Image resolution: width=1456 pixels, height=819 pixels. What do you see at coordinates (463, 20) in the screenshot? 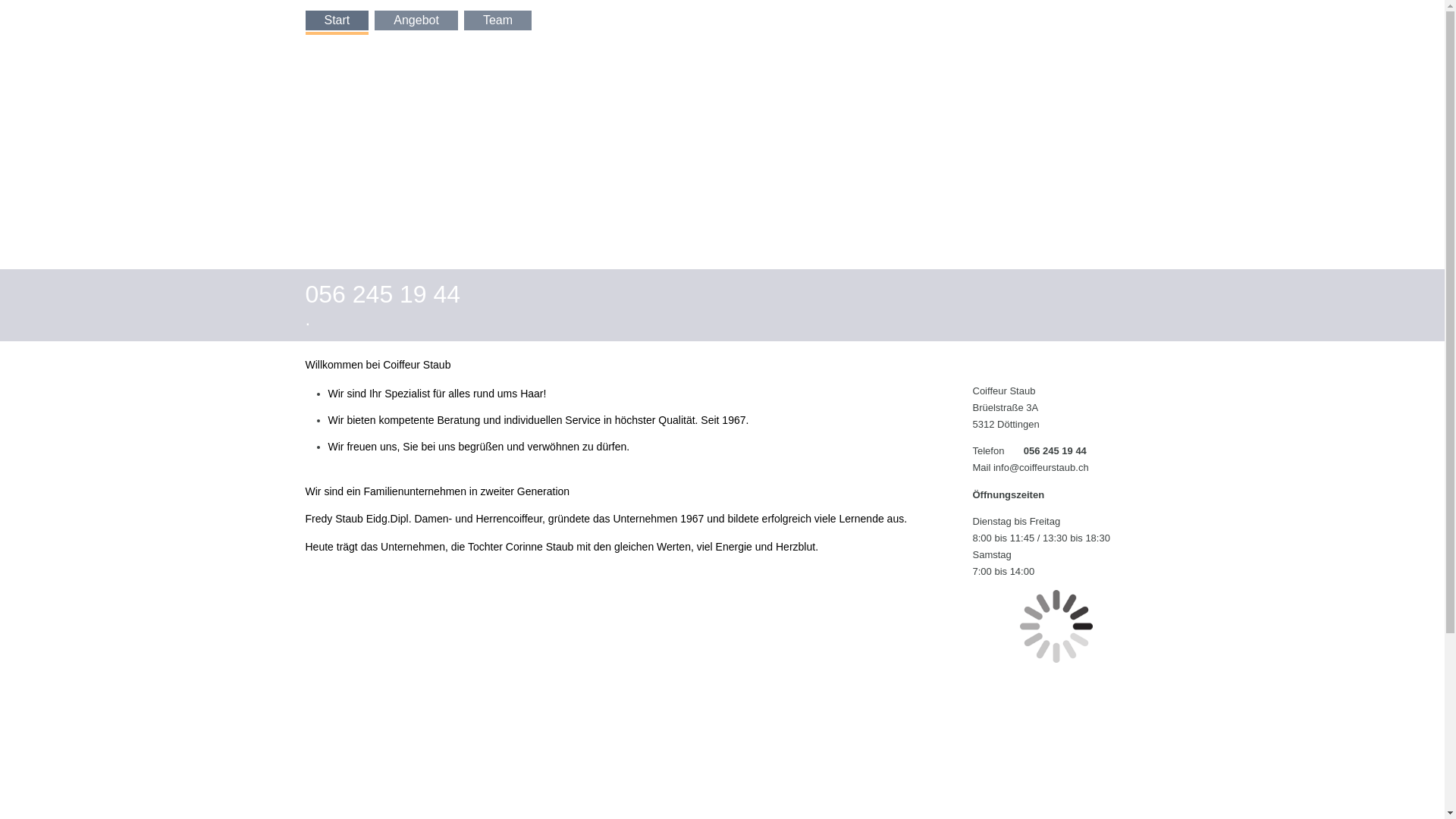
I see `'Team'` at bounding box center [463, 20].